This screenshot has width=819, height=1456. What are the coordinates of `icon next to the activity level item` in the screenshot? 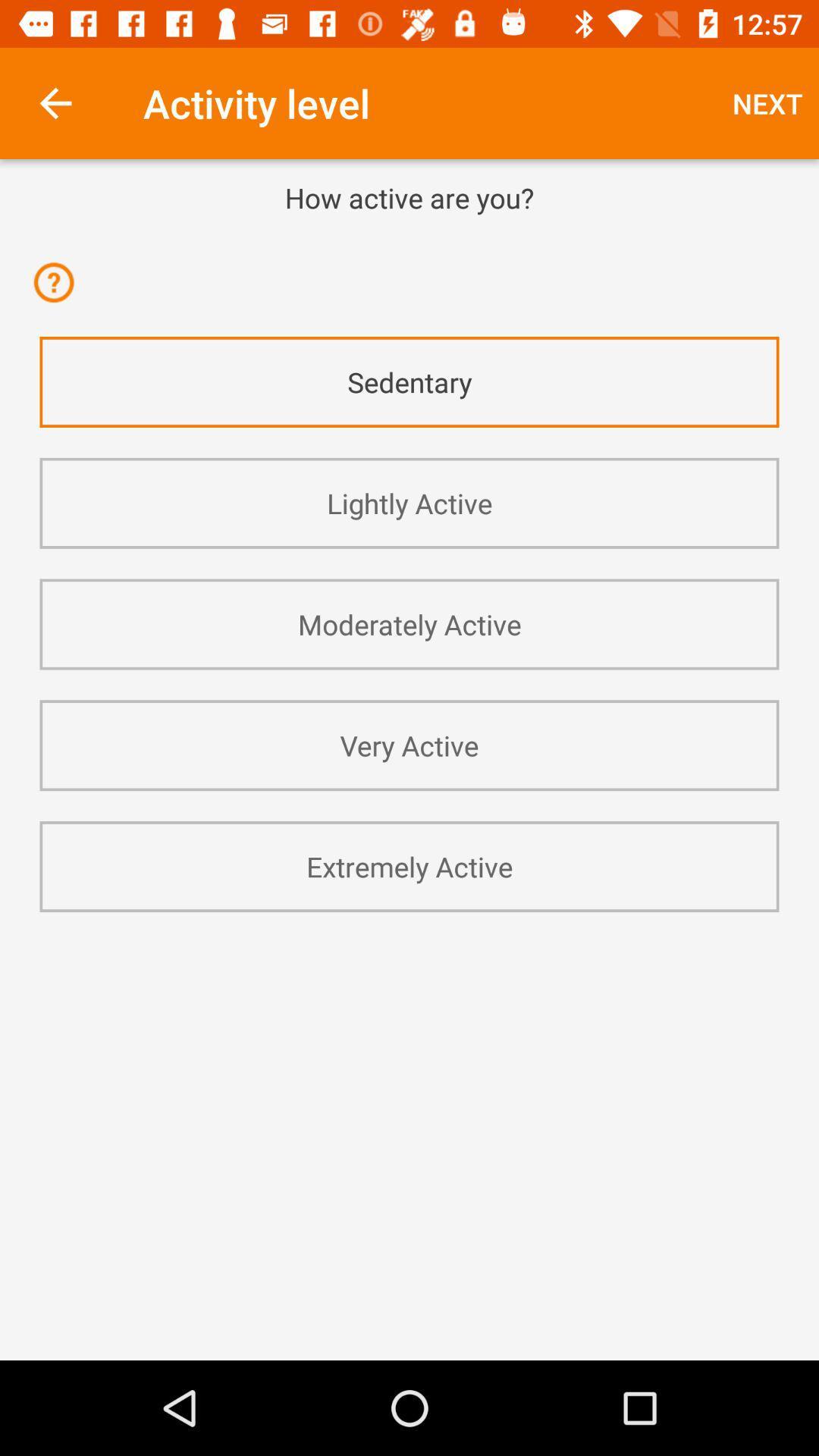 It's located at (55, 102).